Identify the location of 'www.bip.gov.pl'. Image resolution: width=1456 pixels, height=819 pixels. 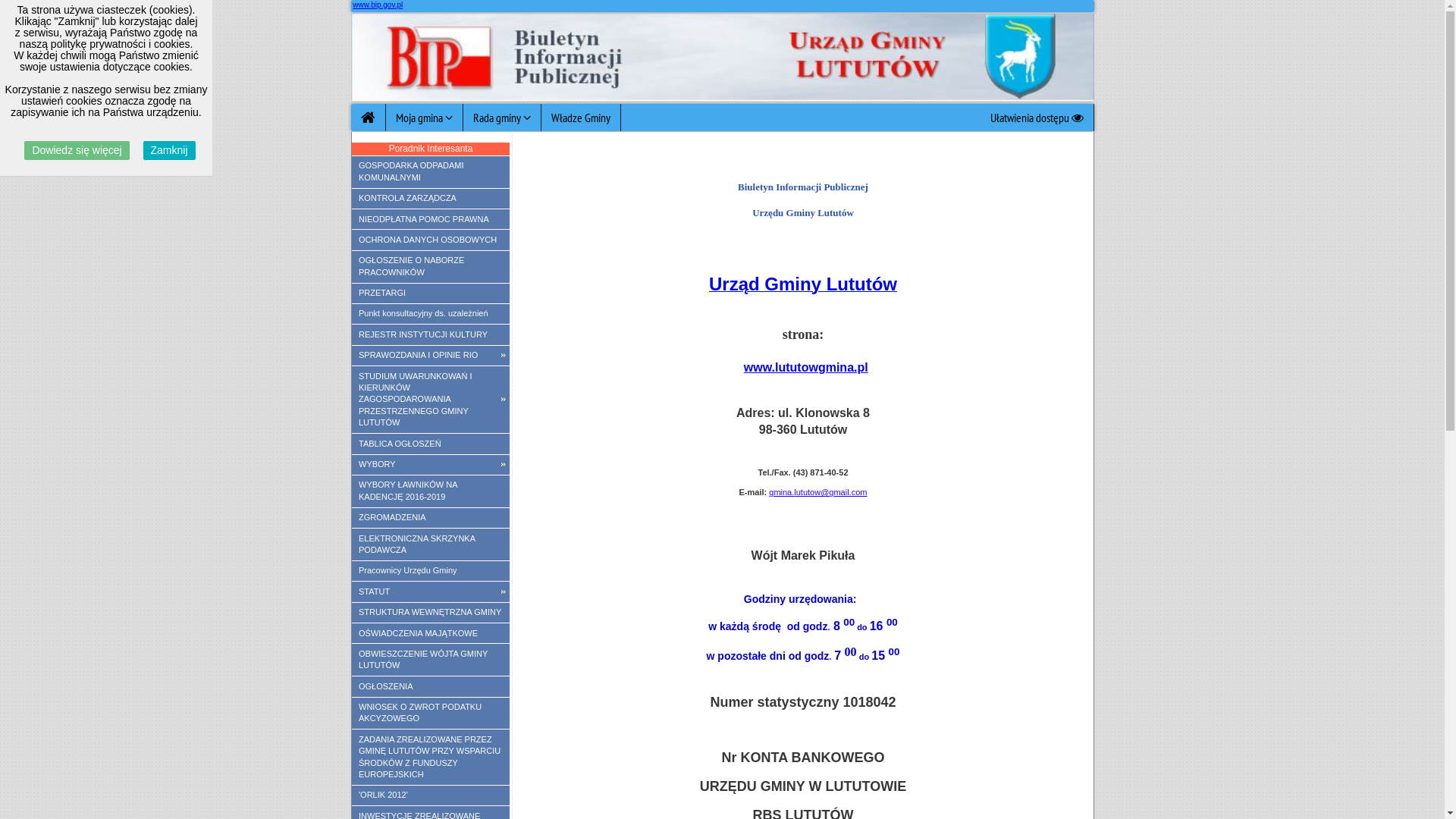
(378, 5).